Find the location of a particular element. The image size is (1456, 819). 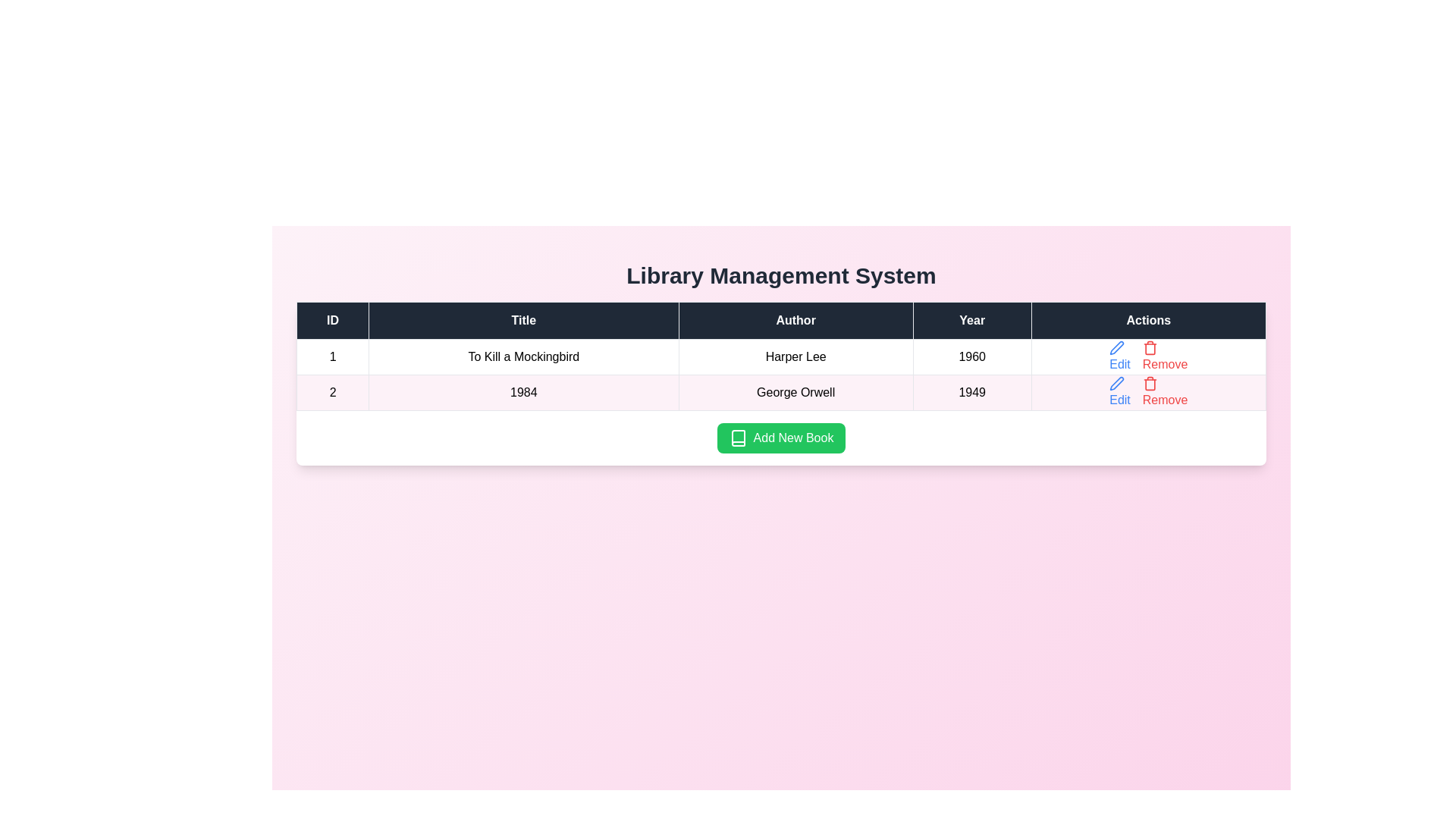

the button with a green background located beneath the table is located at coordinates (781, 438).